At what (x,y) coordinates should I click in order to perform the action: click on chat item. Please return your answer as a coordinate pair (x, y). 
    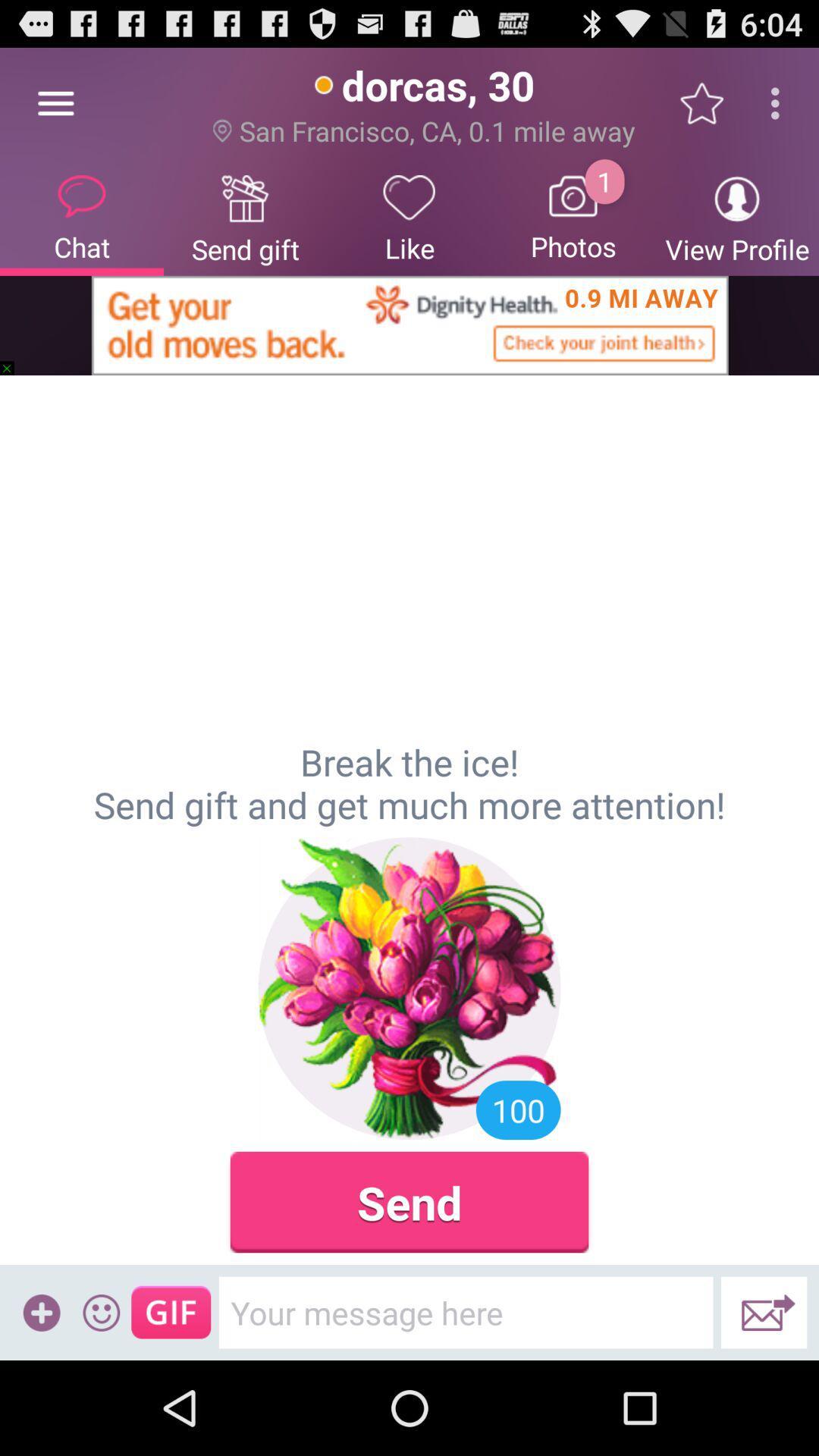
    Looking at the image, I should click on (82, 216).